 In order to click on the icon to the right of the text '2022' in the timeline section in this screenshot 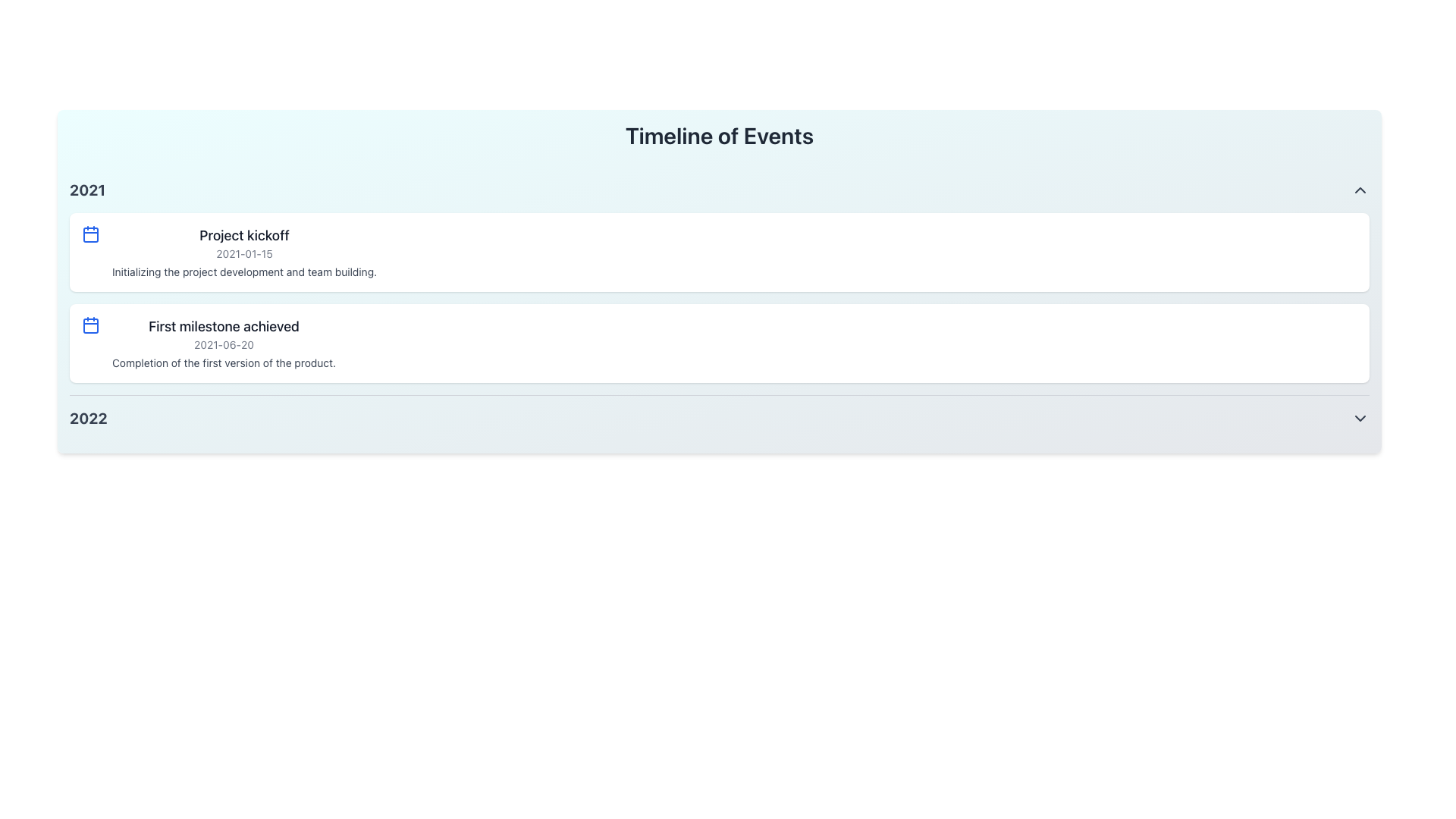, I will do `click(1360, 418)`.